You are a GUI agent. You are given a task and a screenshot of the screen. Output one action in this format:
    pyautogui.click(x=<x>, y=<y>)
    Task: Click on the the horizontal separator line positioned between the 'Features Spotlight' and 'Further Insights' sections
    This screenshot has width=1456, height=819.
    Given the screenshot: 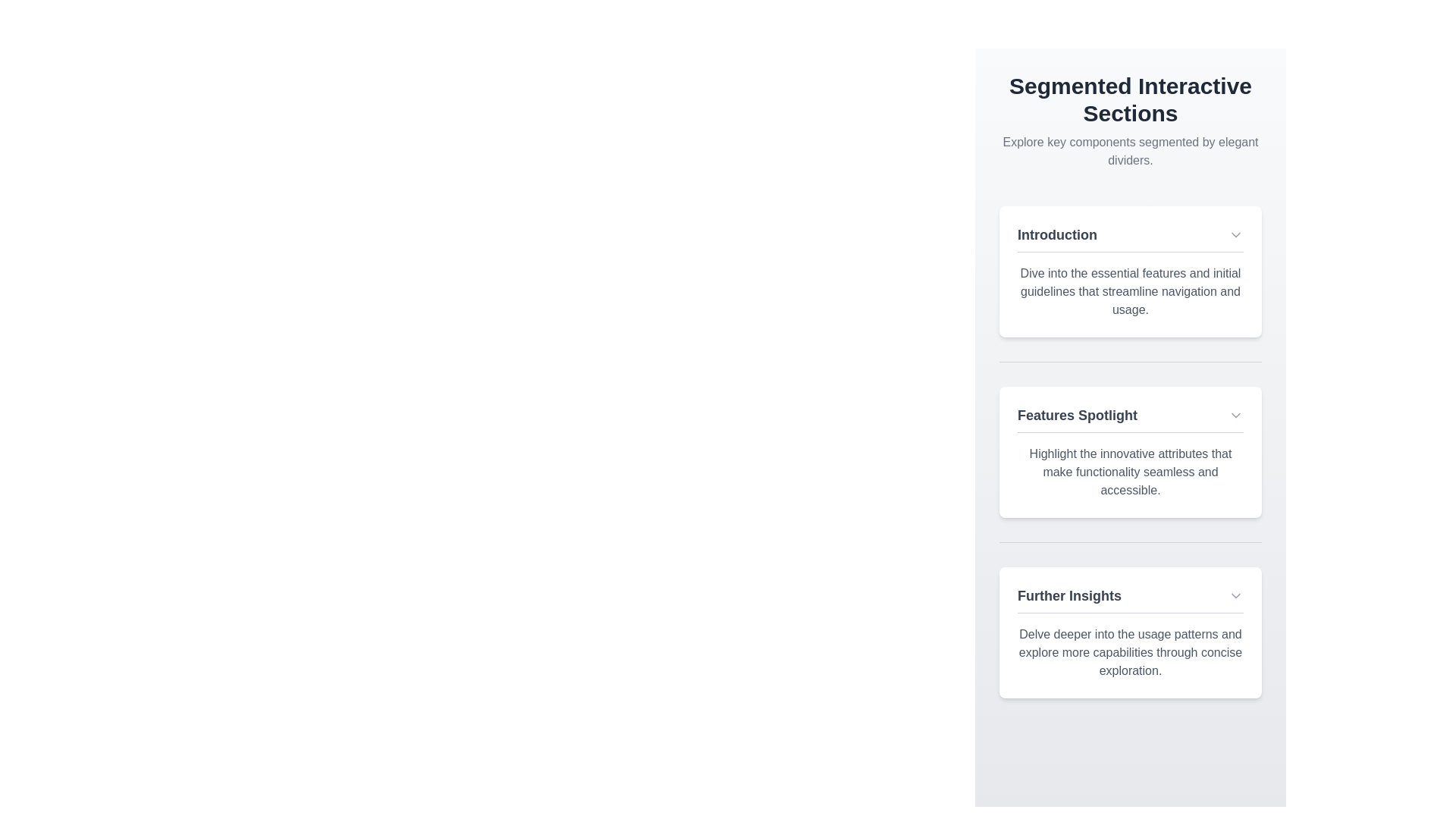 What is the action you would take?
    pyautogui.click(x=1131, y=541)
    